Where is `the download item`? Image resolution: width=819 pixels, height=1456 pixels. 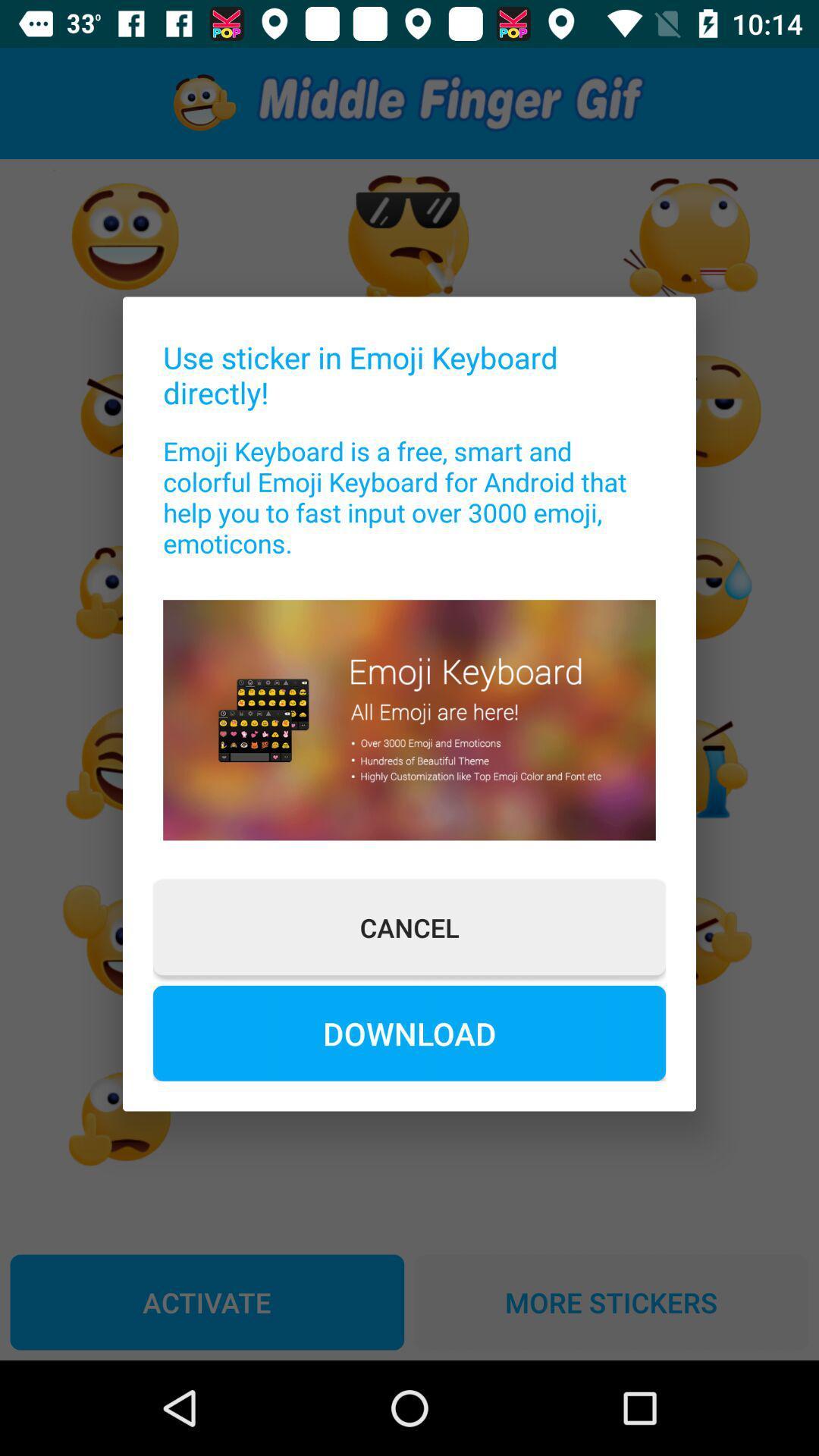 the download item is located at coordinates (409, 1032).